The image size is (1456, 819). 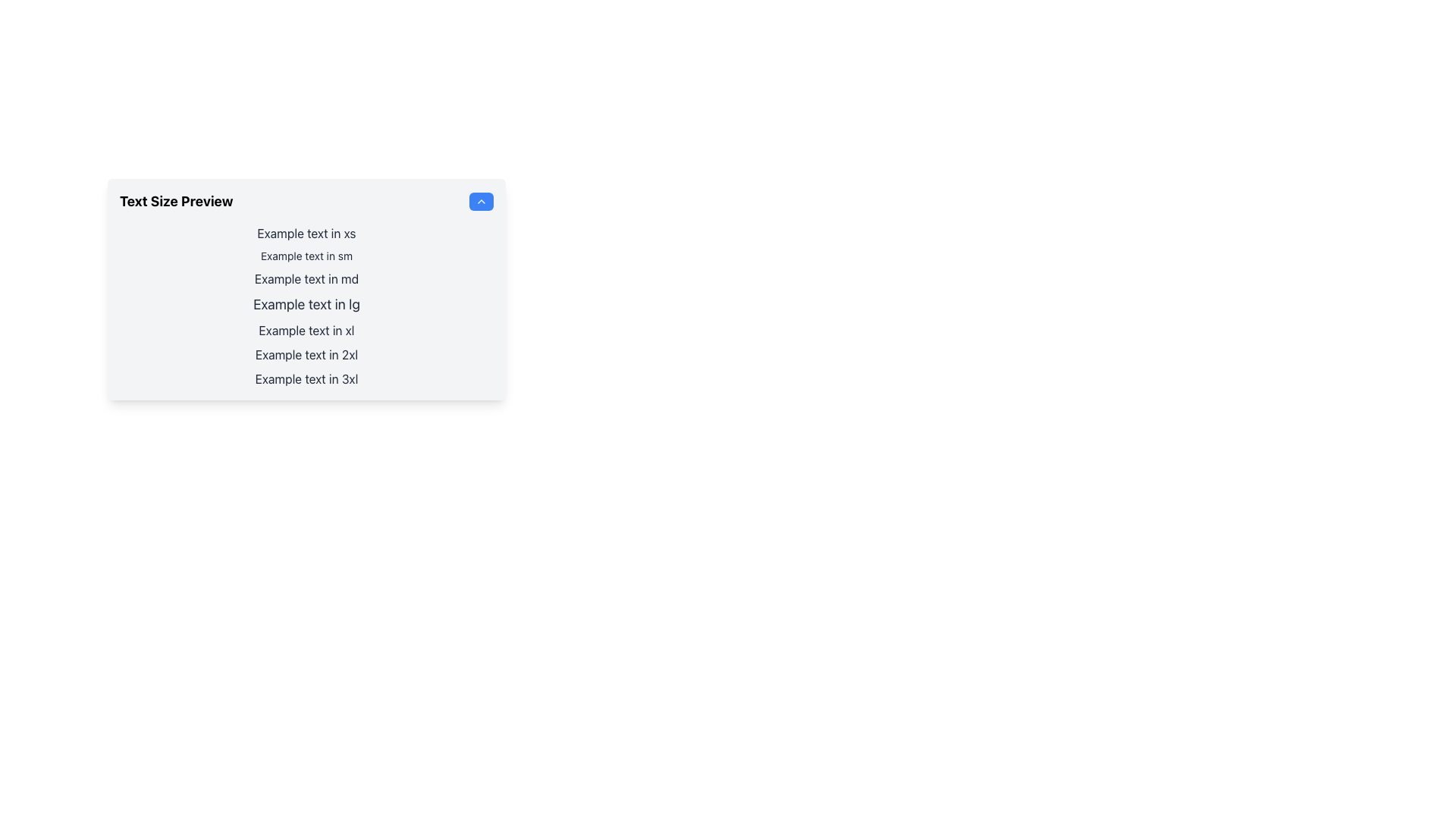 I want to click on the horizontally centered text element displaying 'Example text in md' which is styled with medium-sized gray text and positioned between 'Example text in sm' and 'Example text in lg', so click(x=306, y=278).